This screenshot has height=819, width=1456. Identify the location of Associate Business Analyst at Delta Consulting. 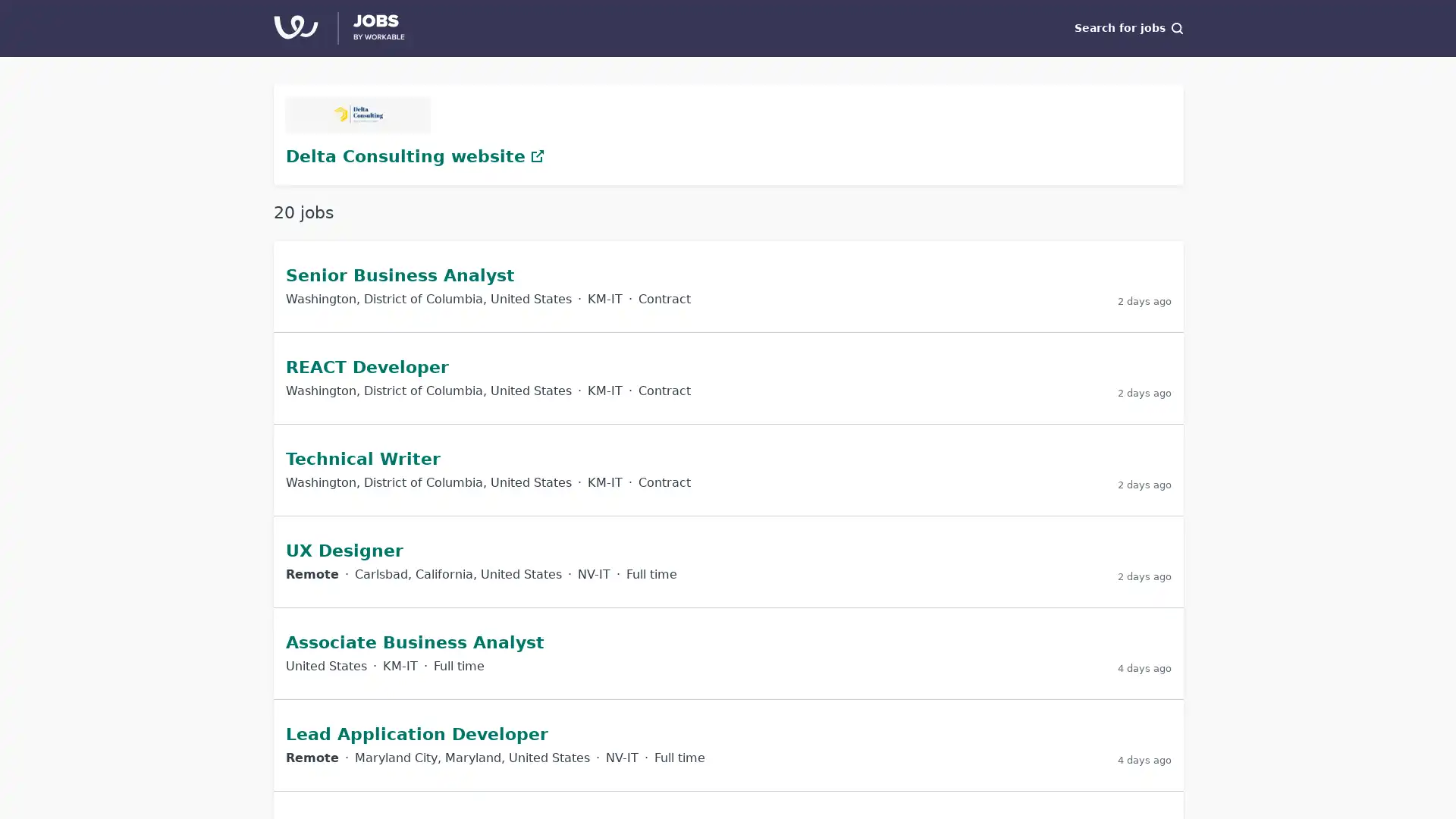
(728, 651).